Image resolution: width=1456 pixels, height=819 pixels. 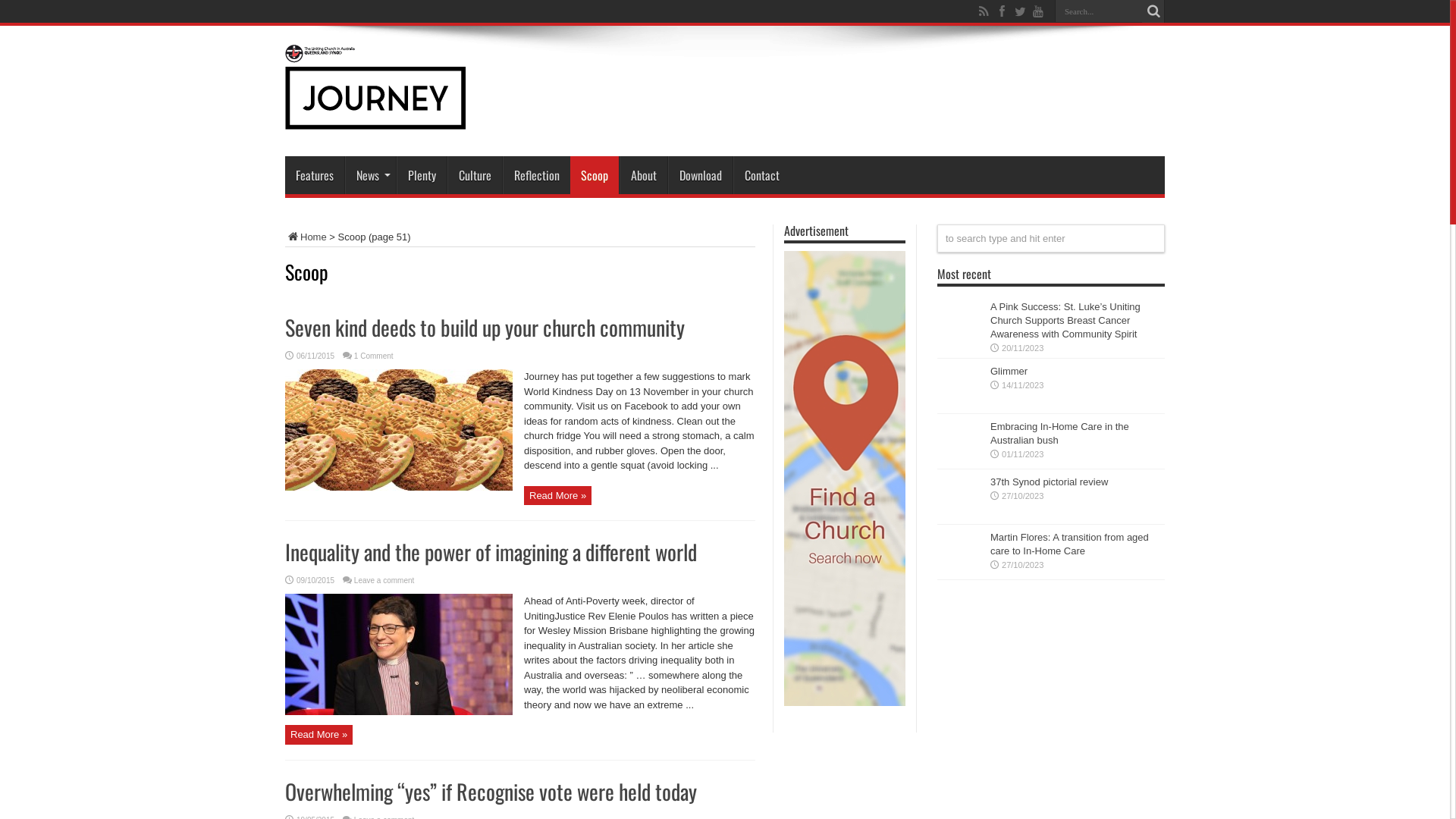 What do you see at coordinates (699, 174) in the screenshot?
I see `'Download'` at bounding box center [699, 174].